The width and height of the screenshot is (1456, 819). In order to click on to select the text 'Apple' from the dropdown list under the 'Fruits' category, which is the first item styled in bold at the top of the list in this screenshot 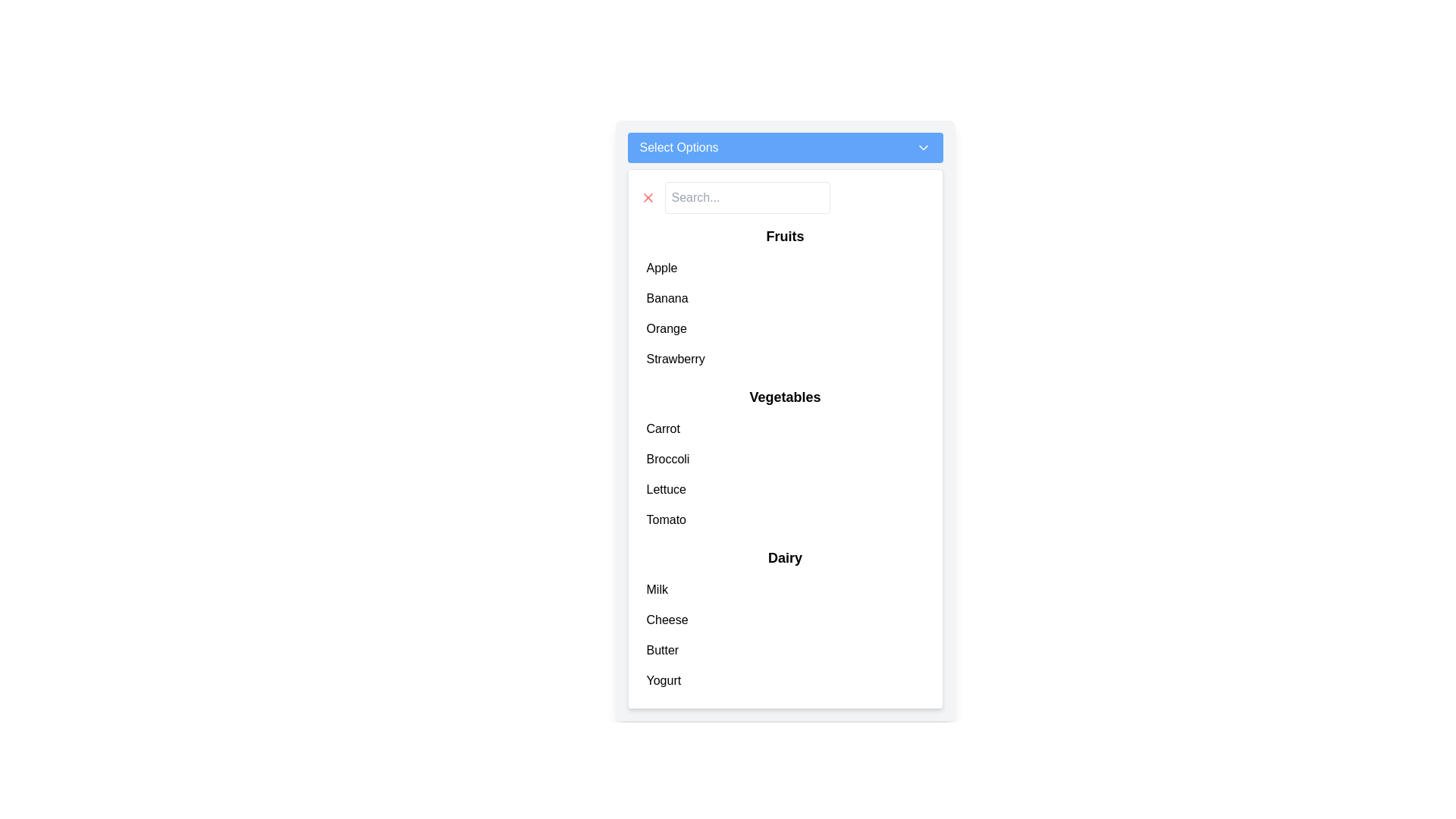, I will do `click(662, 268)`.